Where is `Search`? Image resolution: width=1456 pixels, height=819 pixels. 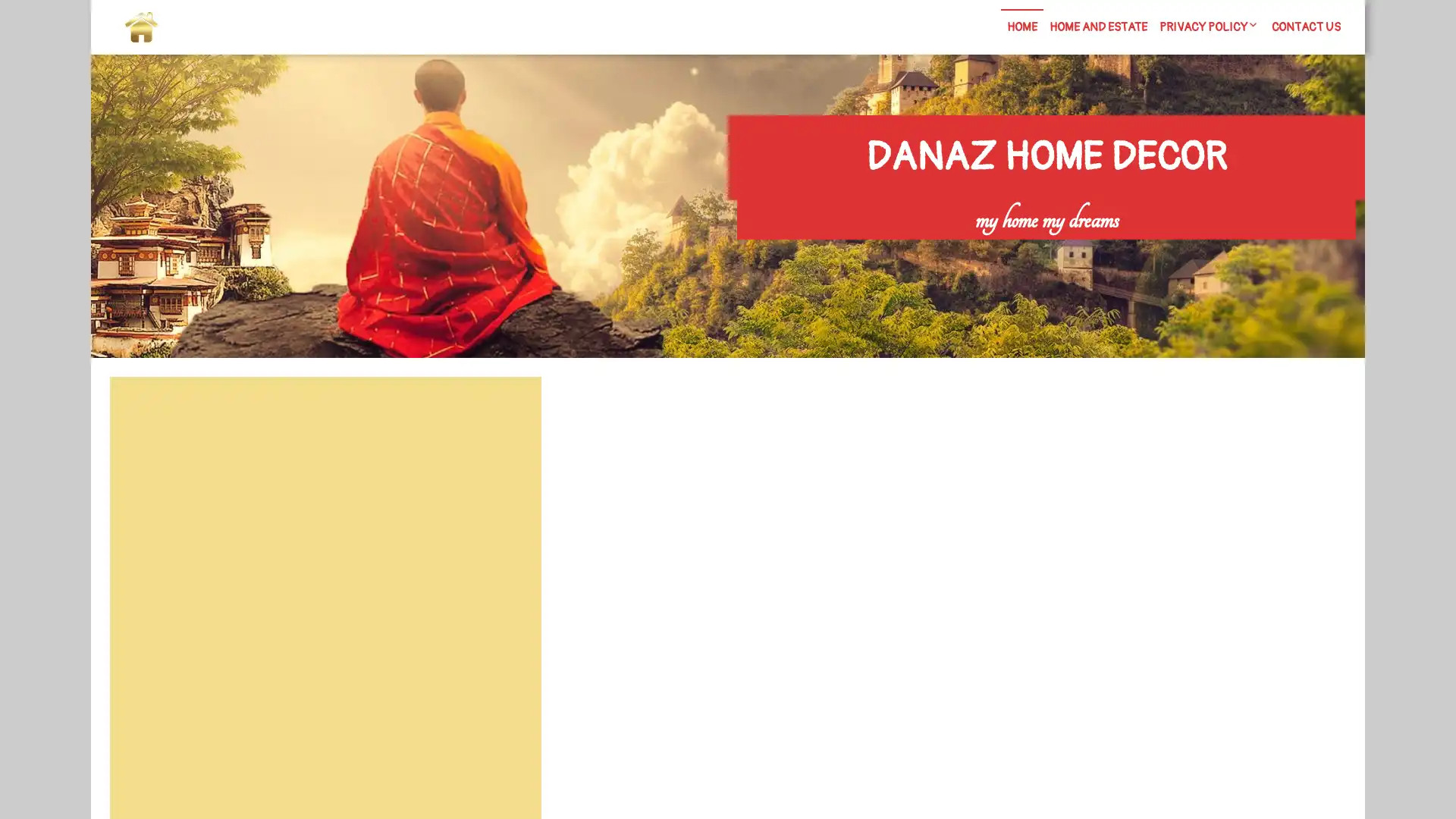 Search is located at coordinates (1181, 248).